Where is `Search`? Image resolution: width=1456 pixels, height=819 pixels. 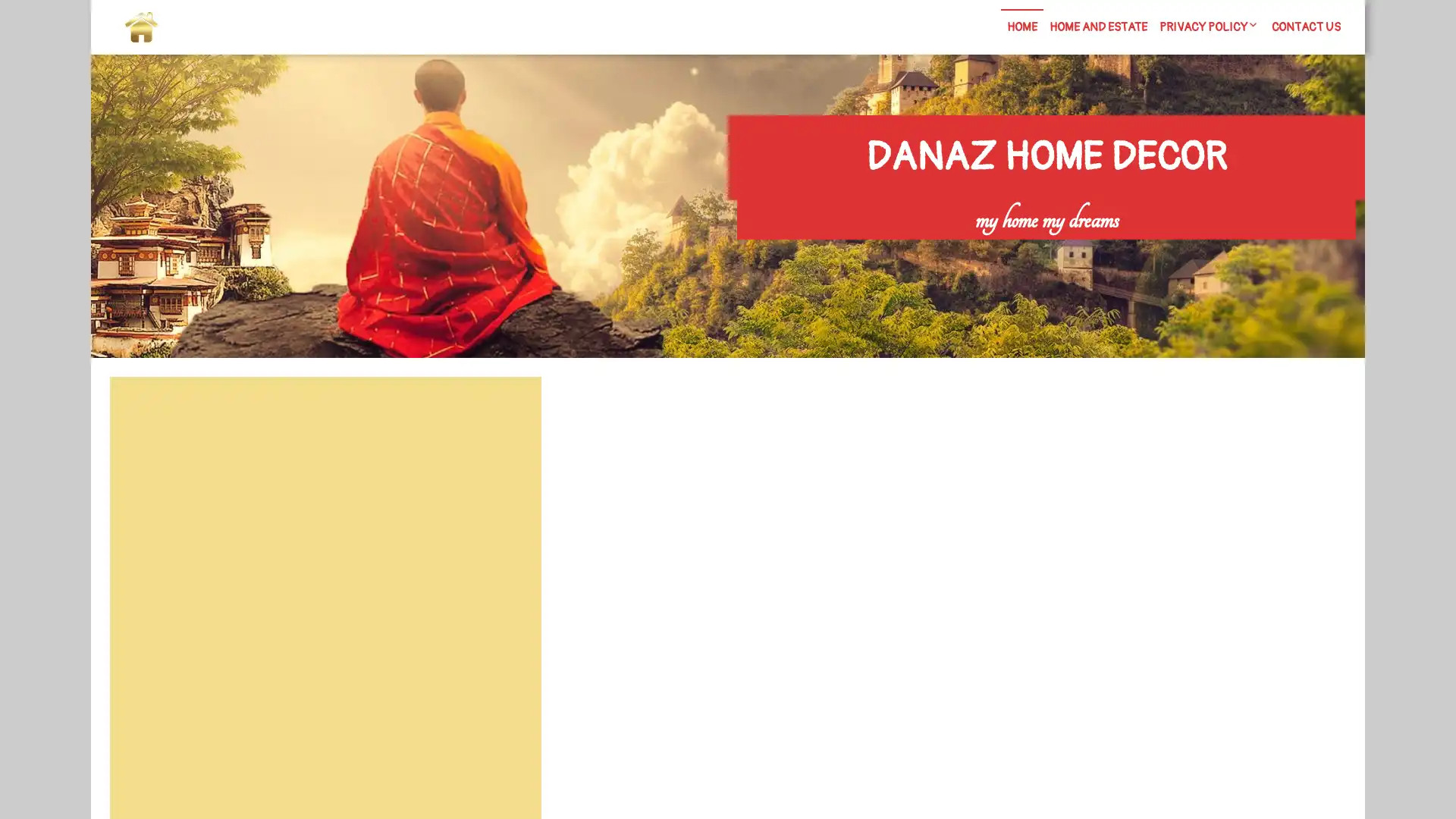 Search is located at coordinates (1181, 248).